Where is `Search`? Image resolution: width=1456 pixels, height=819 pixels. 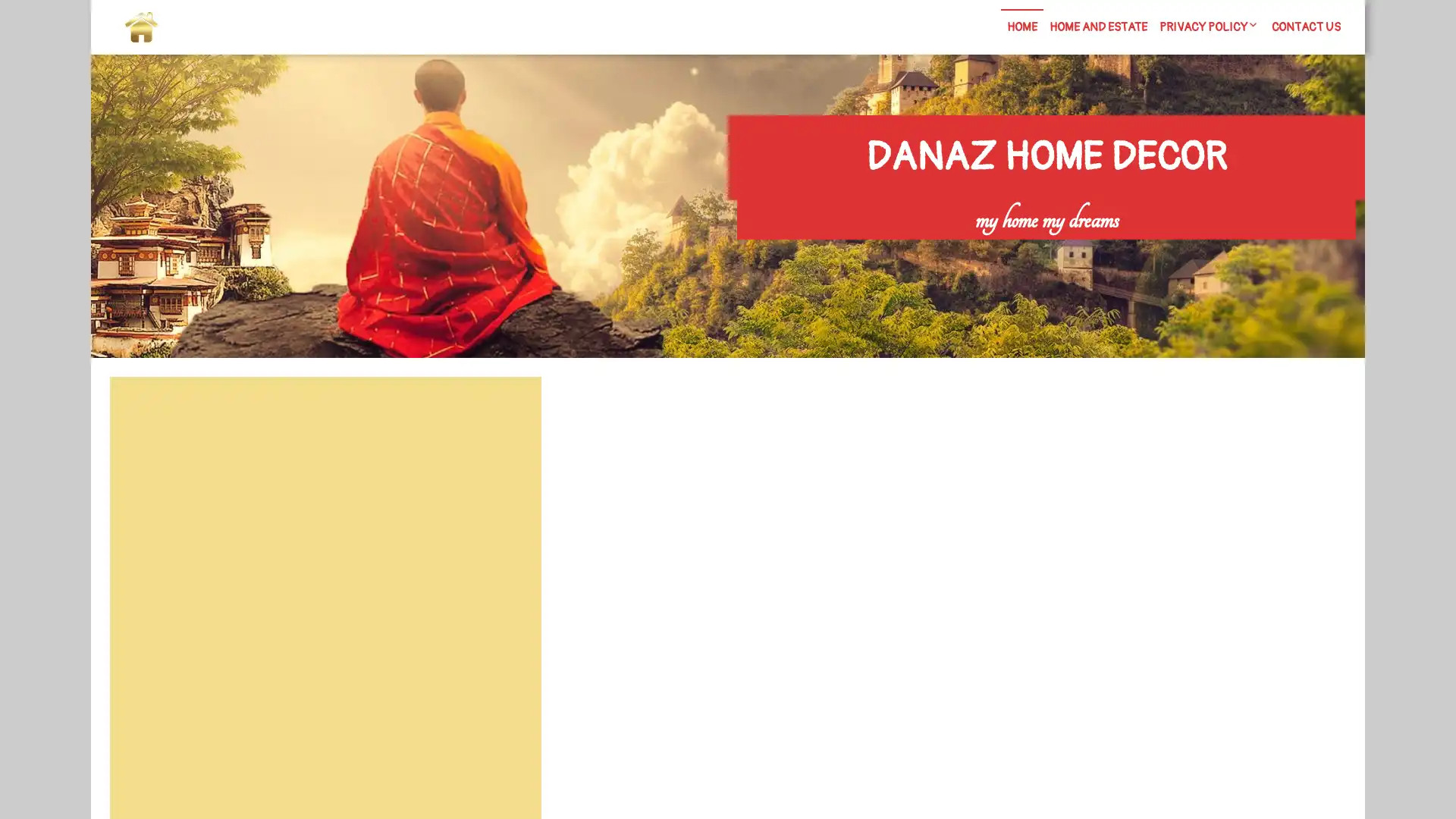 Search is located at coordinates (1181, 248).